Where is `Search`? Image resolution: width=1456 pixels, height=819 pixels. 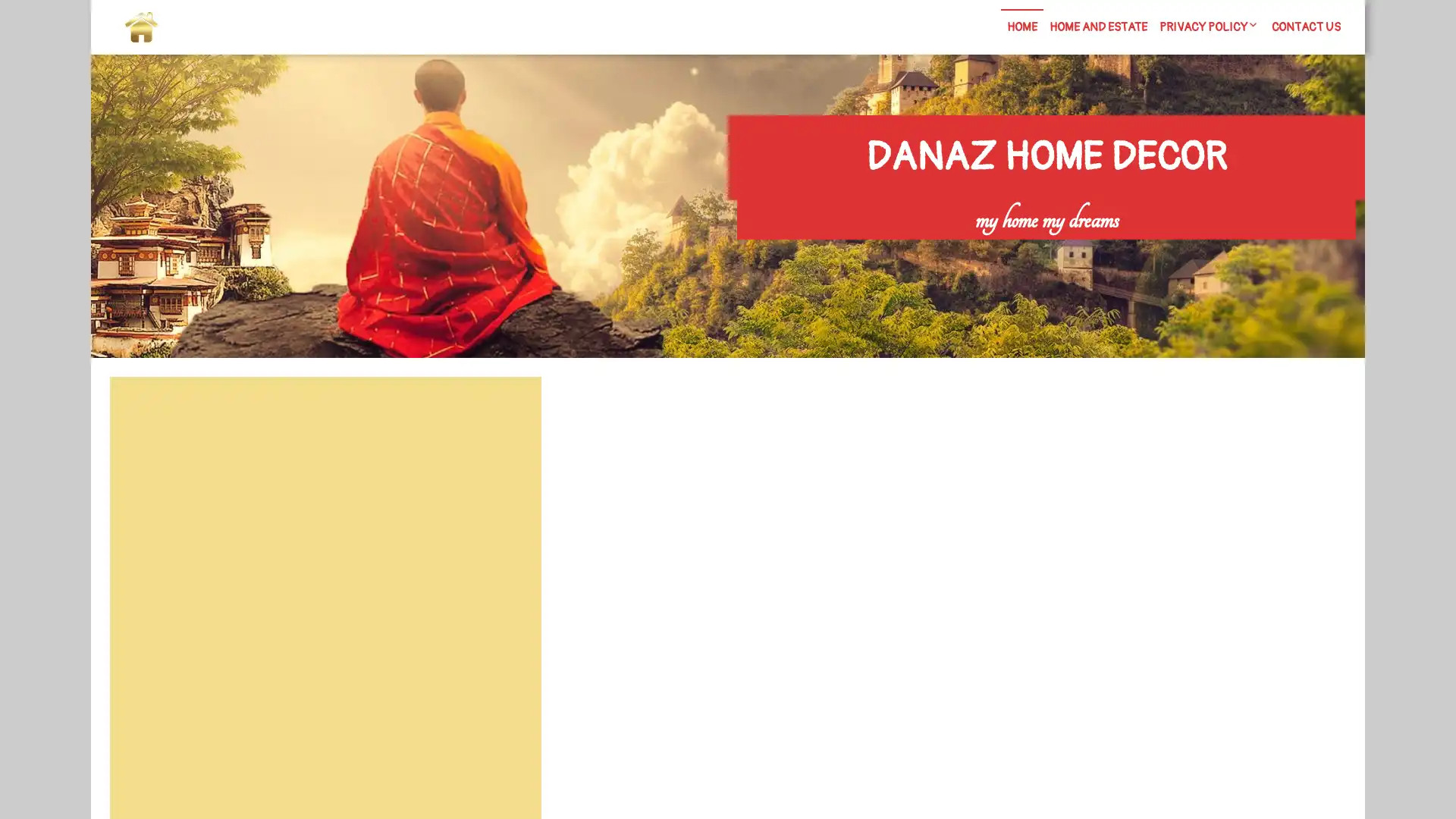 Search is located at coordinates (1181, 248).